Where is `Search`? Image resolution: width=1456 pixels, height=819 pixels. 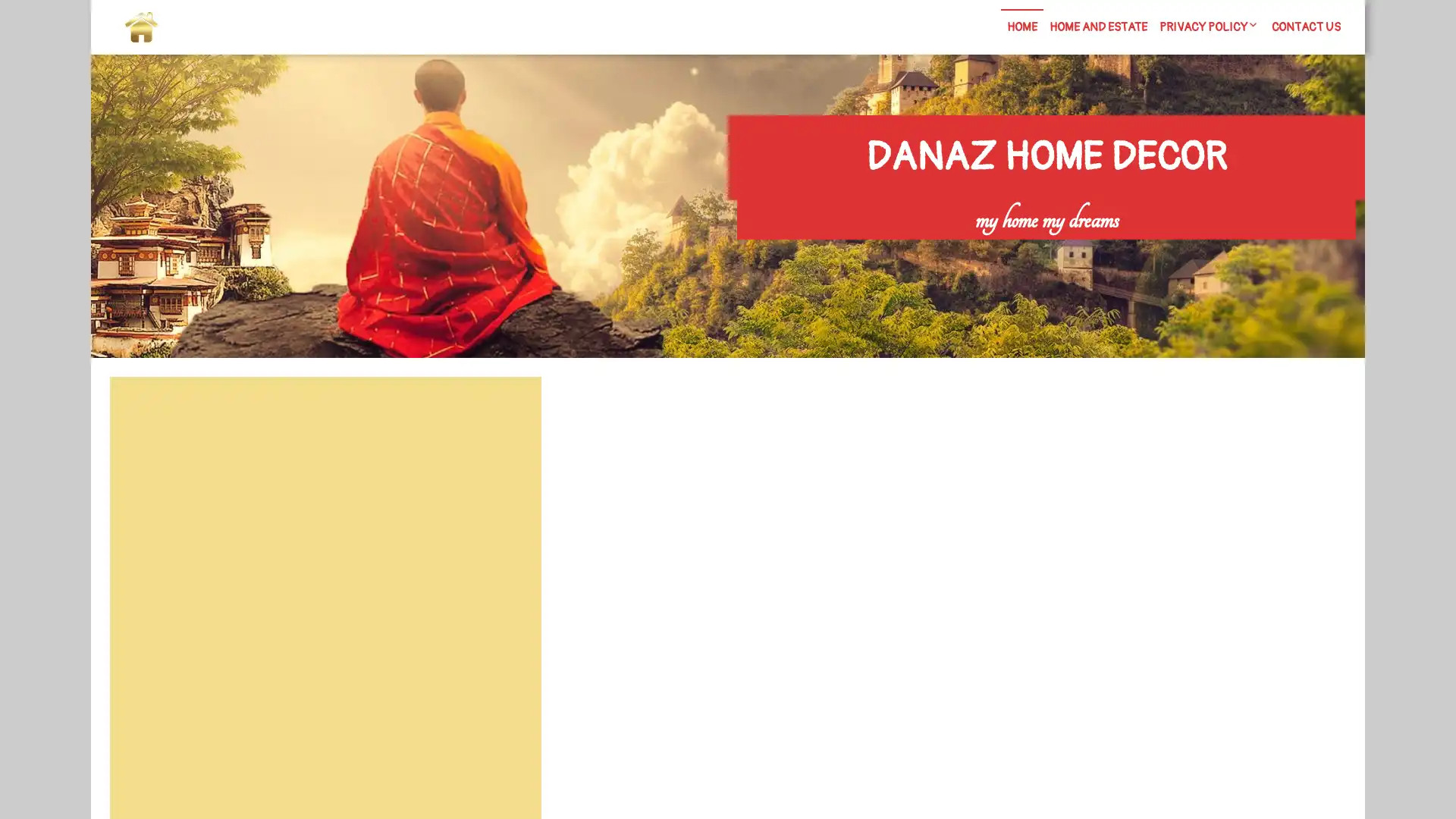 Search is located at coordinates (1181, 248).